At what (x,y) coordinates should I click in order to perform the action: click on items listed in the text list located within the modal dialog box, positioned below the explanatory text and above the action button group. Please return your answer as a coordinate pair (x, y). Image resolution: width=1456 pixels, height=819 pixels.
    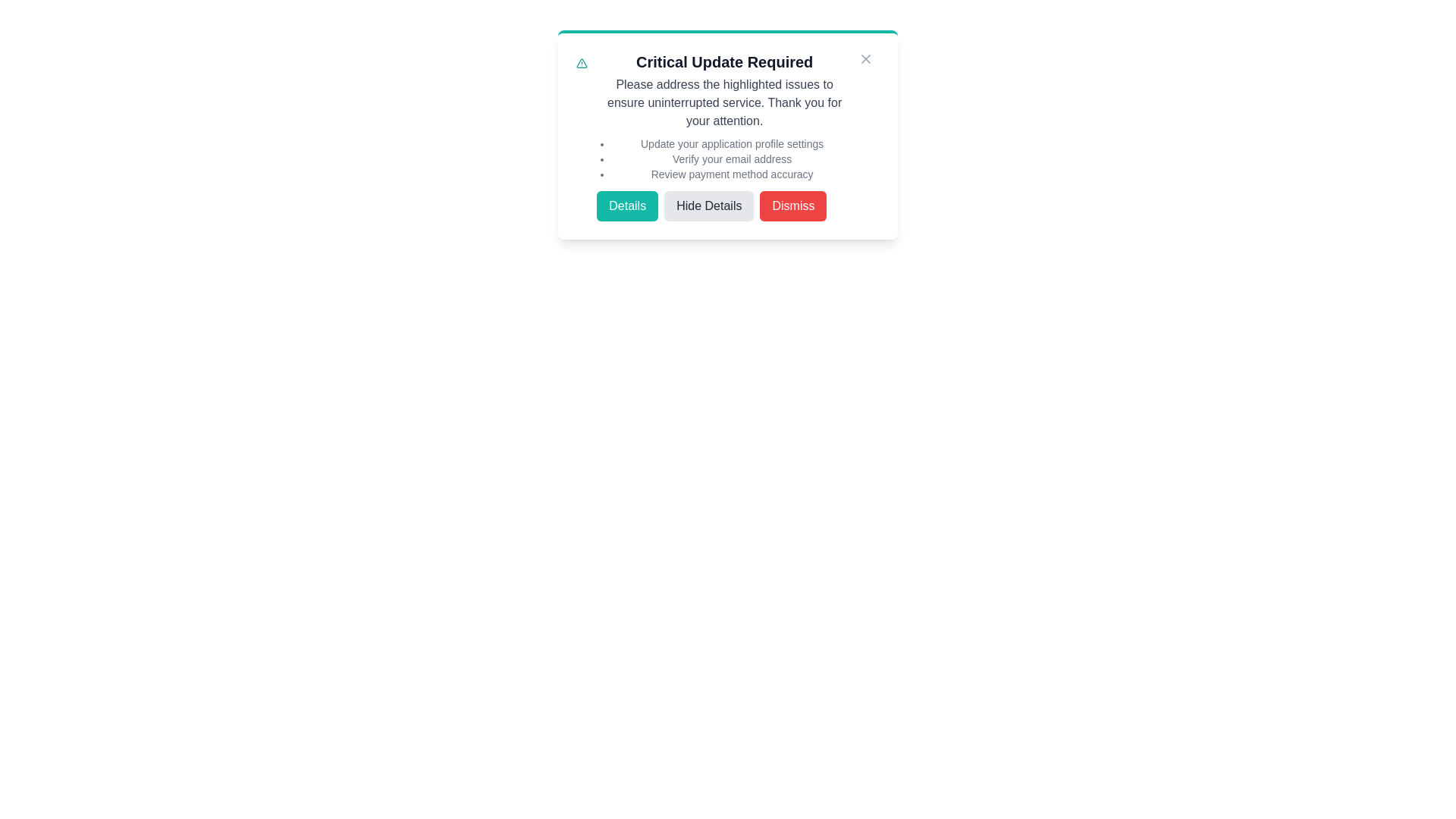
    Looking at the image, I should click on (723, 158).